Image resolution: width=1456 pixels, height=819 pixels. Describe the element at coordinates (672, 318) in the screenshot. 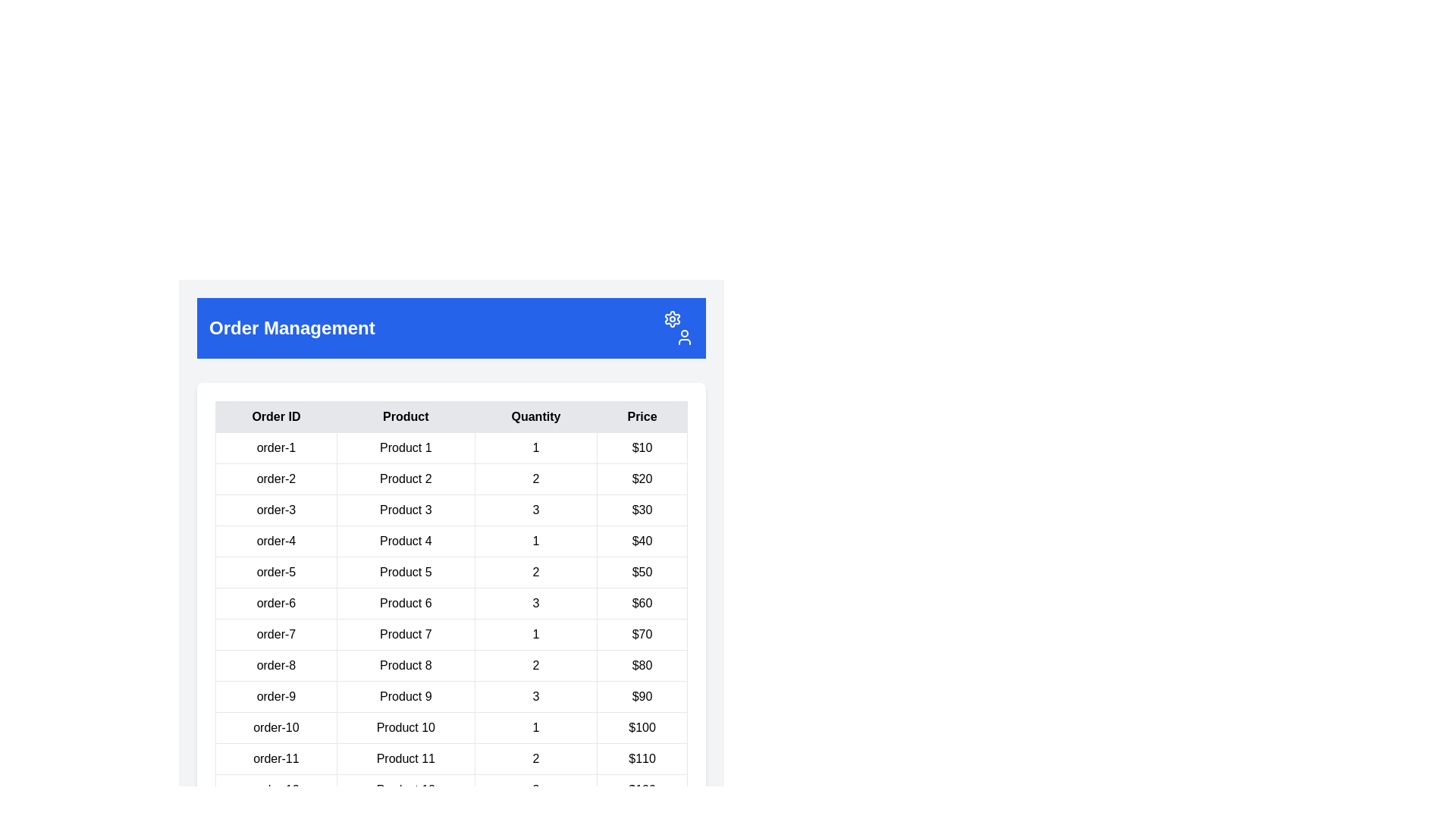

I see `the settings icon button located in the top-right corner of the blue header area, preceding the user icon` at that location.